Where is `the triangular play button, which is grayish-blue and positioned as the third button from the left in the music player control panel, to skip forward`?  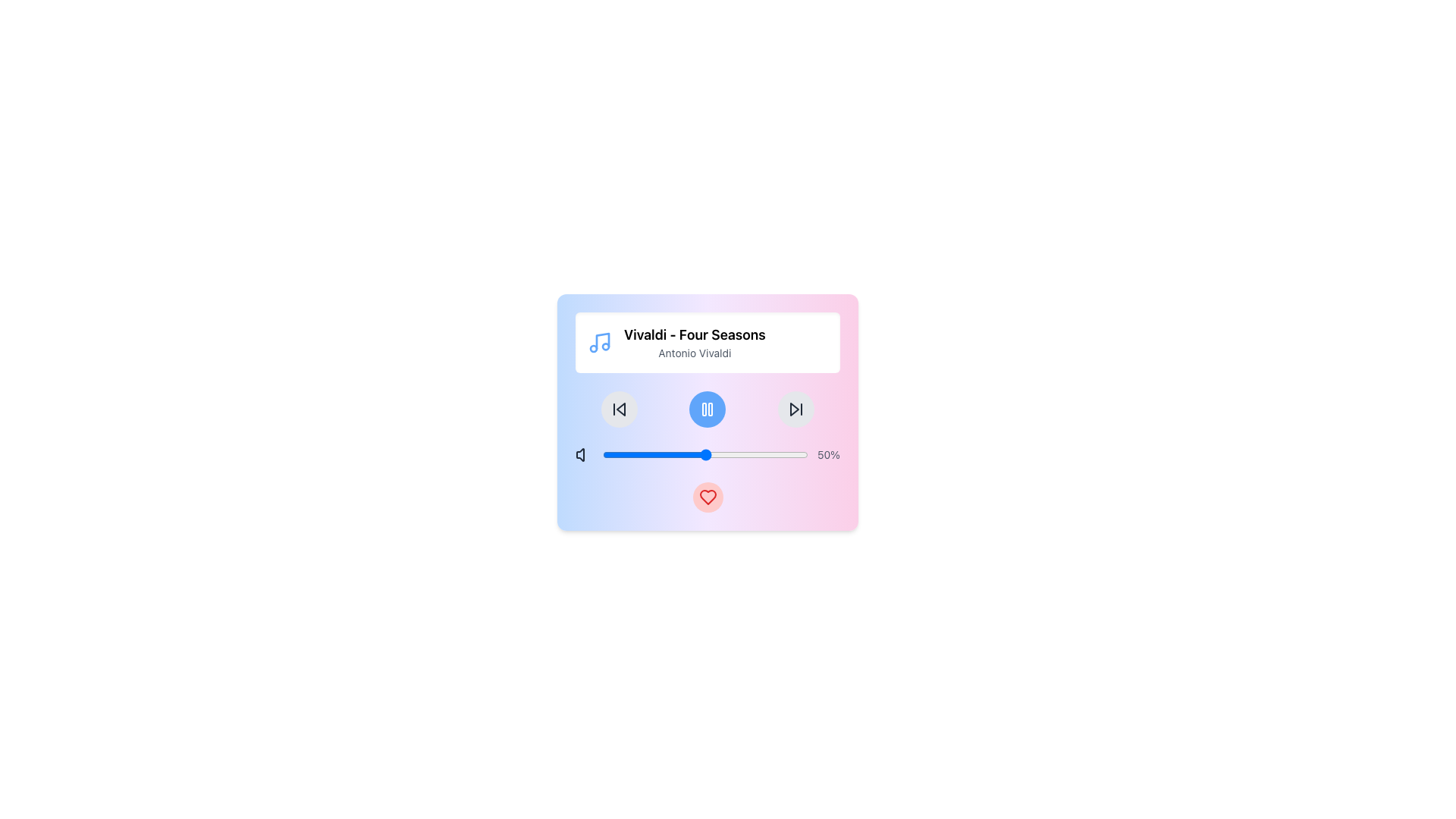 the triangular play button, which is grayish-blue and positioned as the third button from the left in the music player control panel, to skip forward is located at coordinates (793, 409).